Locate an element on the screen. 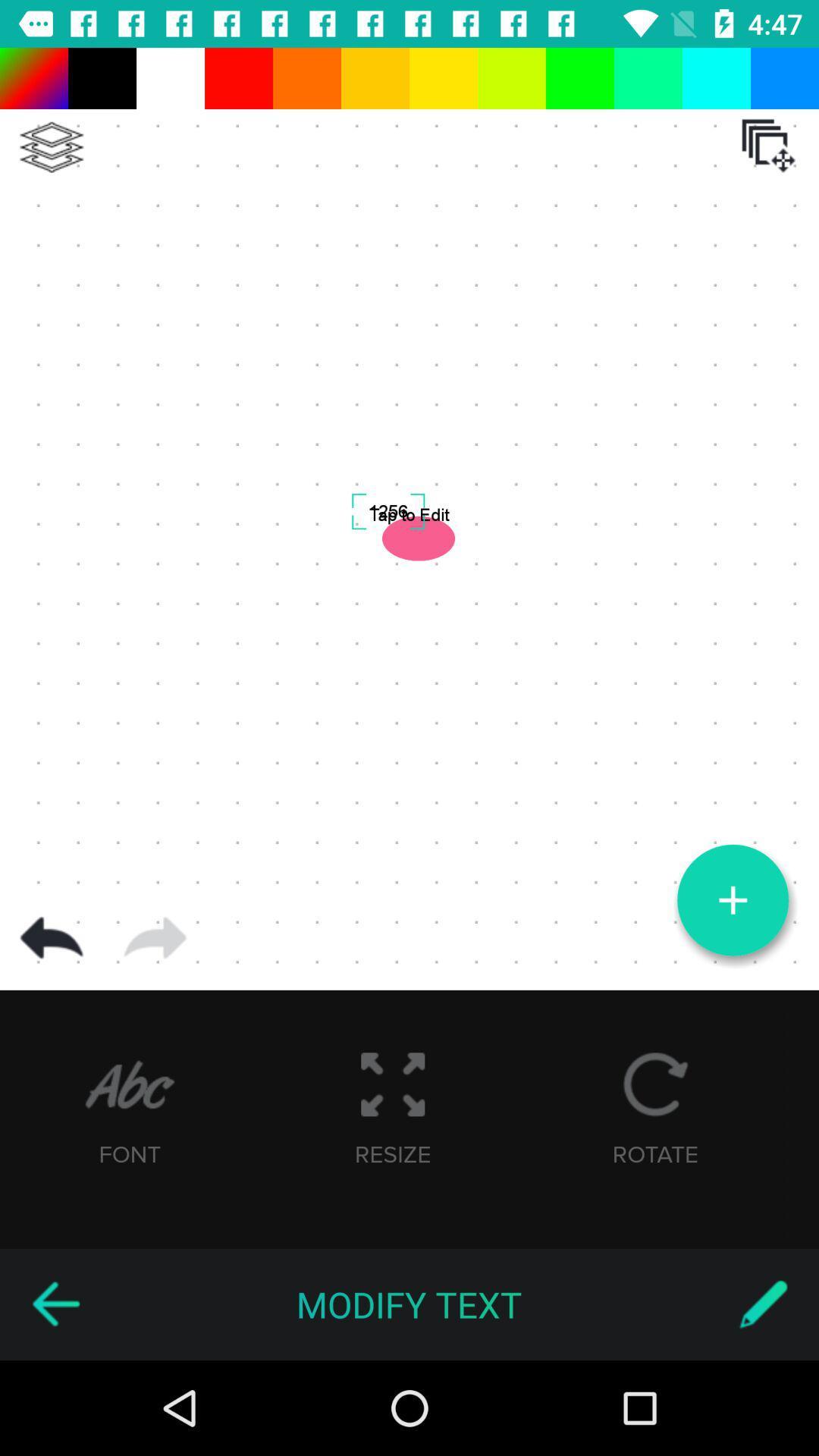 The width and height of the screenshot is (819, 1456). share button is located at coordinates (155, 937).